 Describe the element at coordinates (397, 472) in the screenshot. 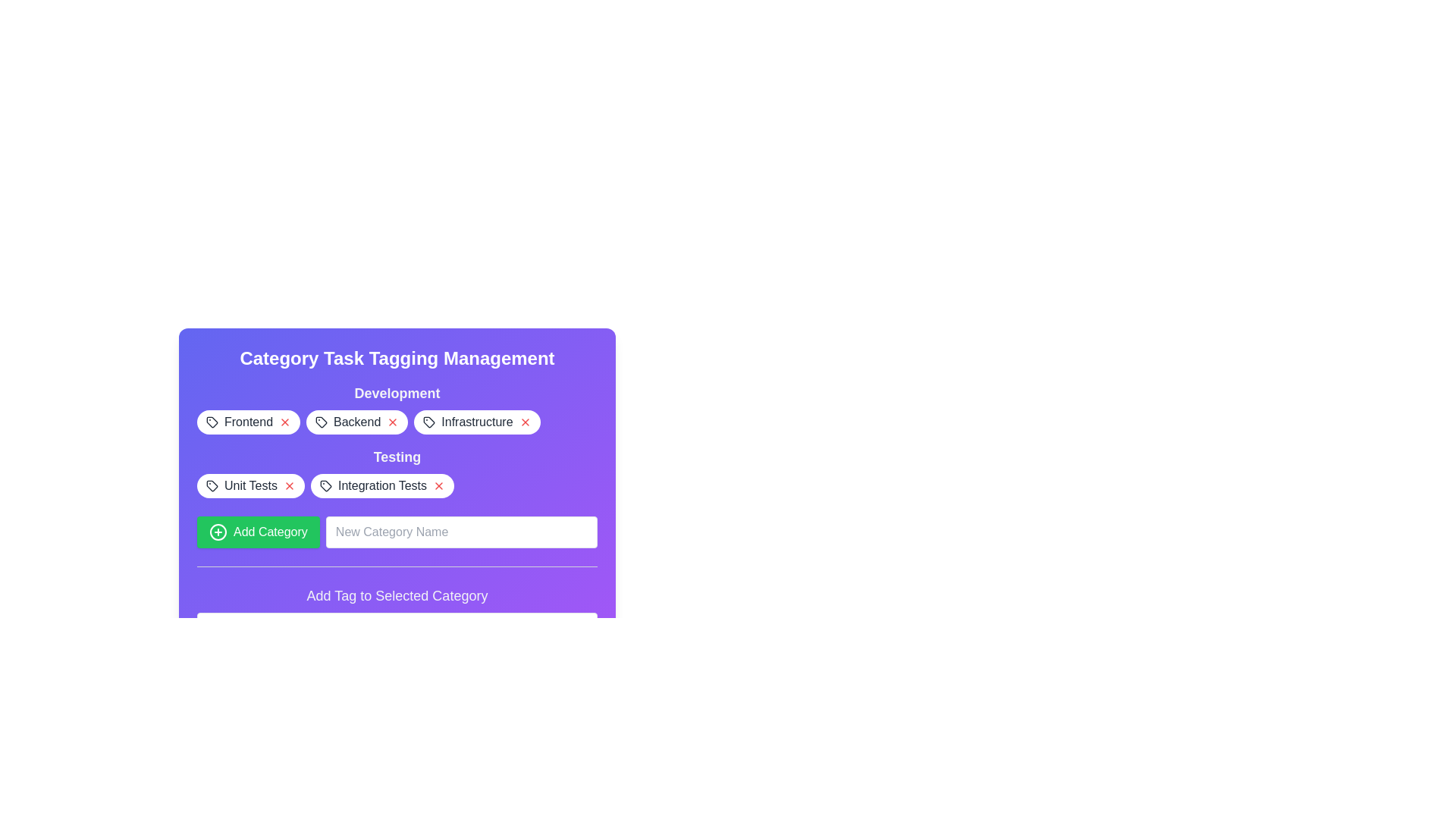

I see `the Category section with tags located below the Development section and above input fields for adding categories` at that location.